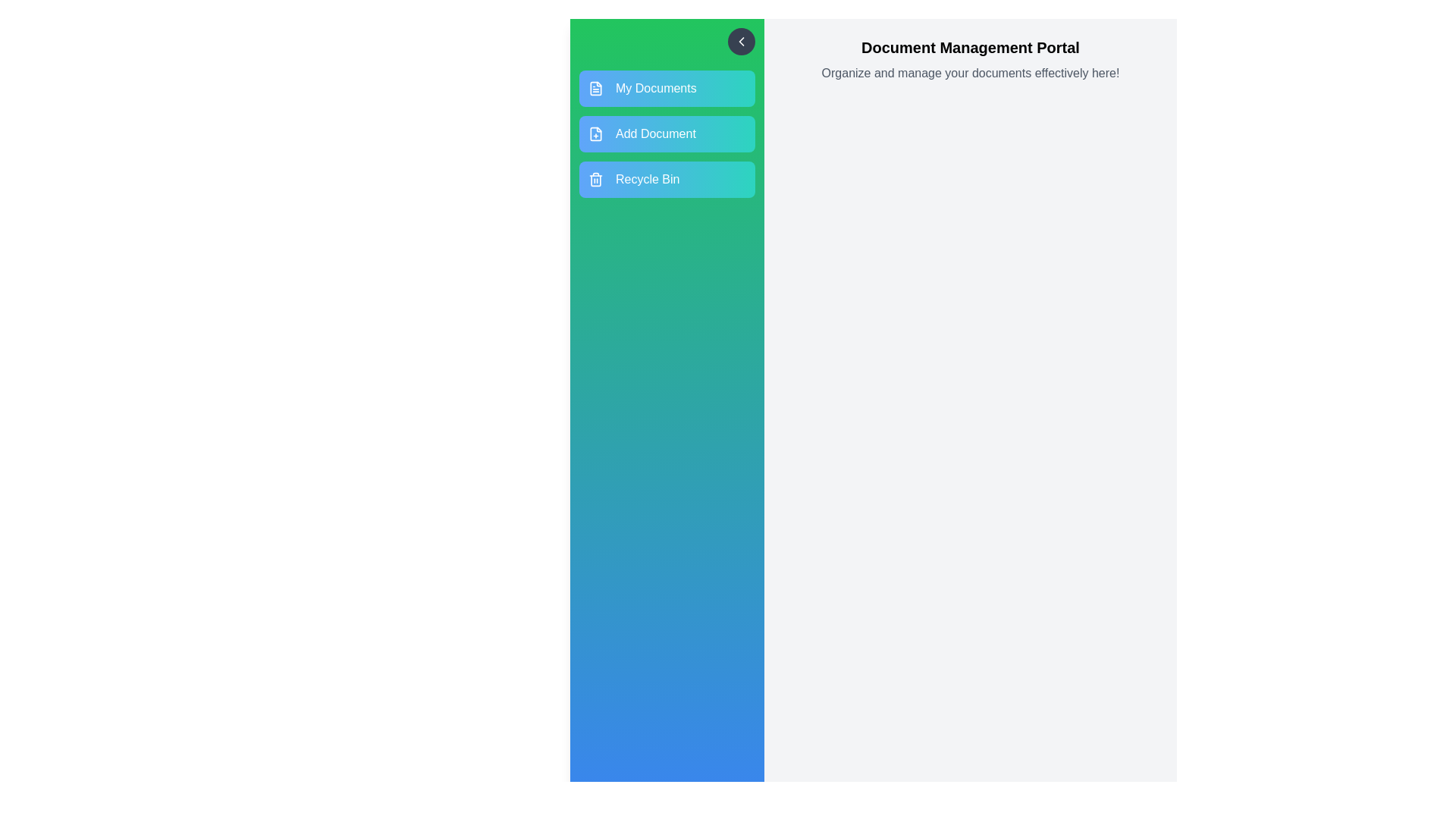 The image size is (1456, 819). What do you see at coordinates (667, 133) in the screenshot?
I see `the menu option Add Document` at bounding box center [667, 133].